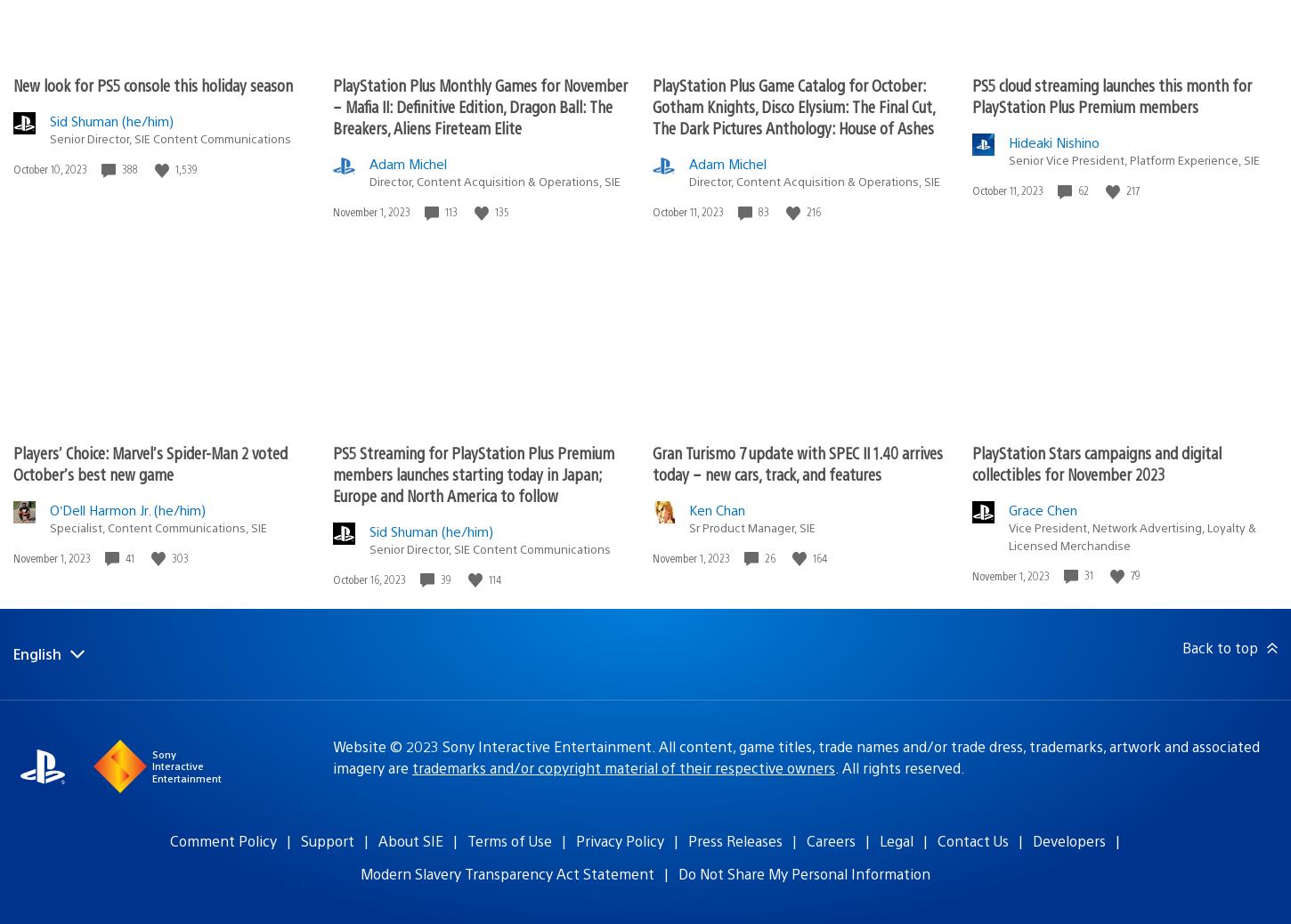  I want to click on 'I. NEED. This.', so click(150, 60).